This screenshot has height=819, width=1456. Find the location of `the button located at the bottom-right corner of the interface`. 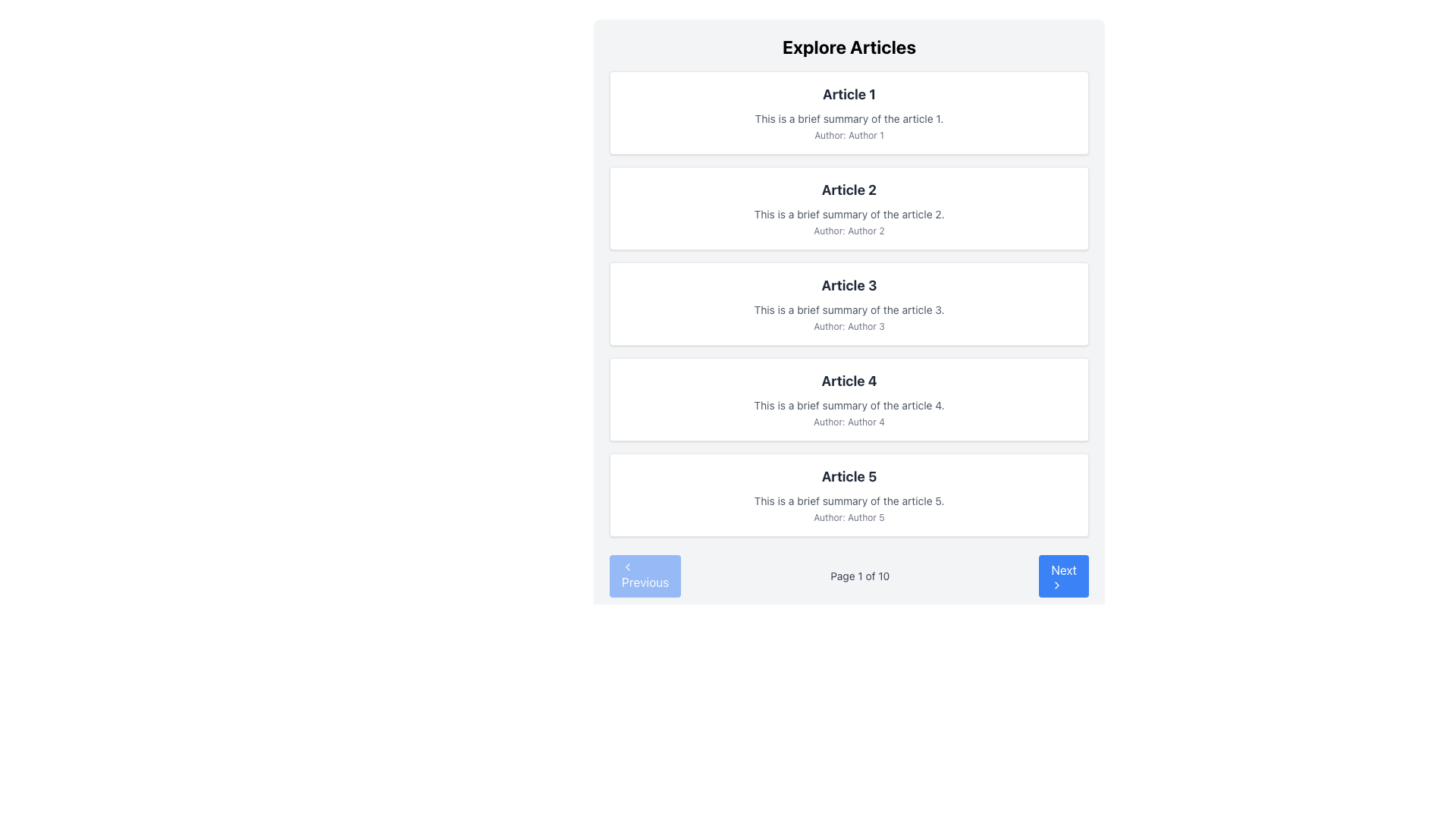

the button located at the bottom-right corner of the interface is located at coordinates (1063, 576).